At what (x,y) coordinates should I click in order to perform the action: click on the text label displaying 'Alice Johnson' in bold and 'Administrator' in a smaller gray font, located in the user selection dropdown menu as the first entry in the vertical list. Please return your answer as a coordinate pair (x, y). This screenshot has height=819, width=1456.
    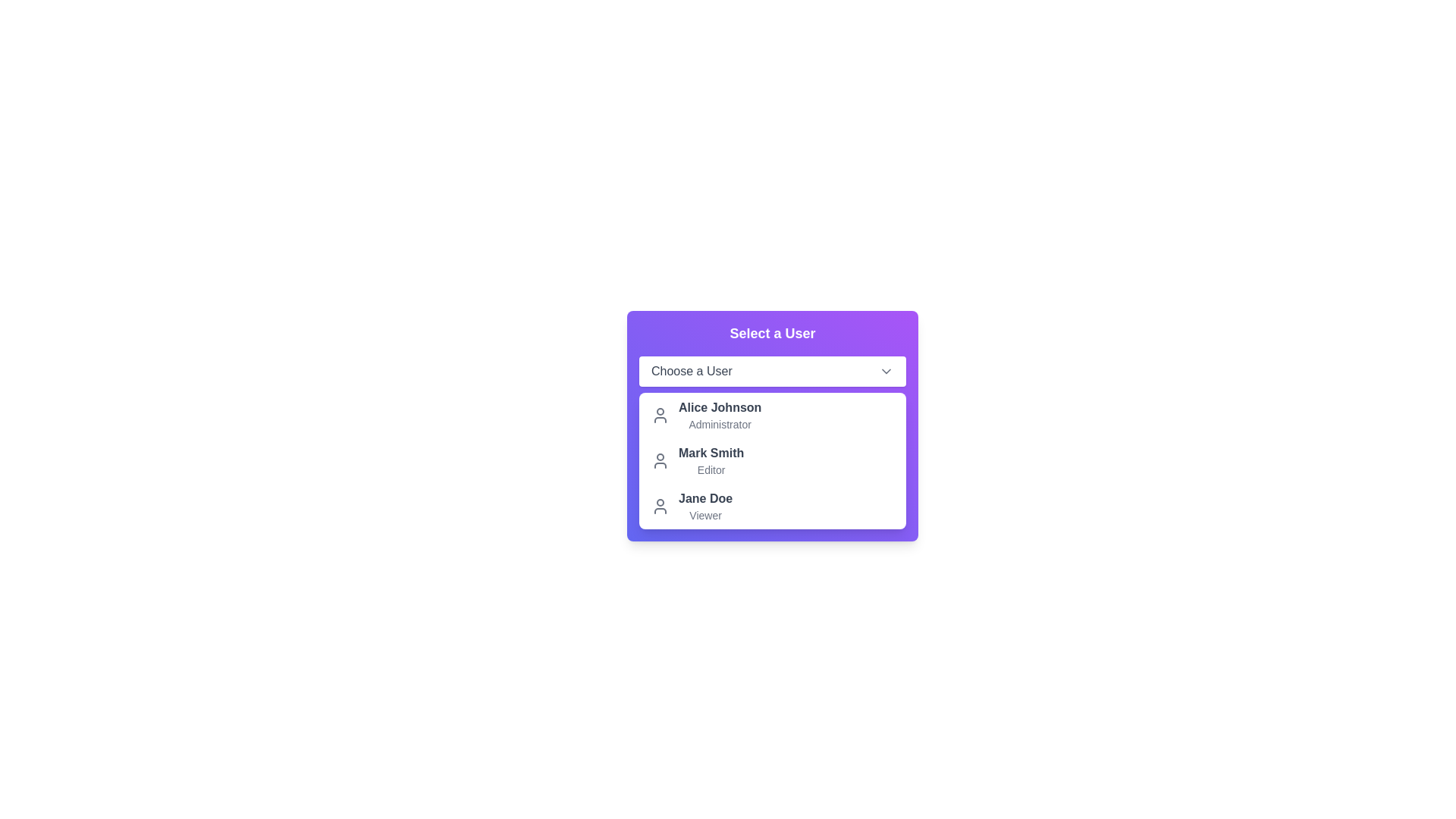
    Looking at the image, I should click on (719, 415).